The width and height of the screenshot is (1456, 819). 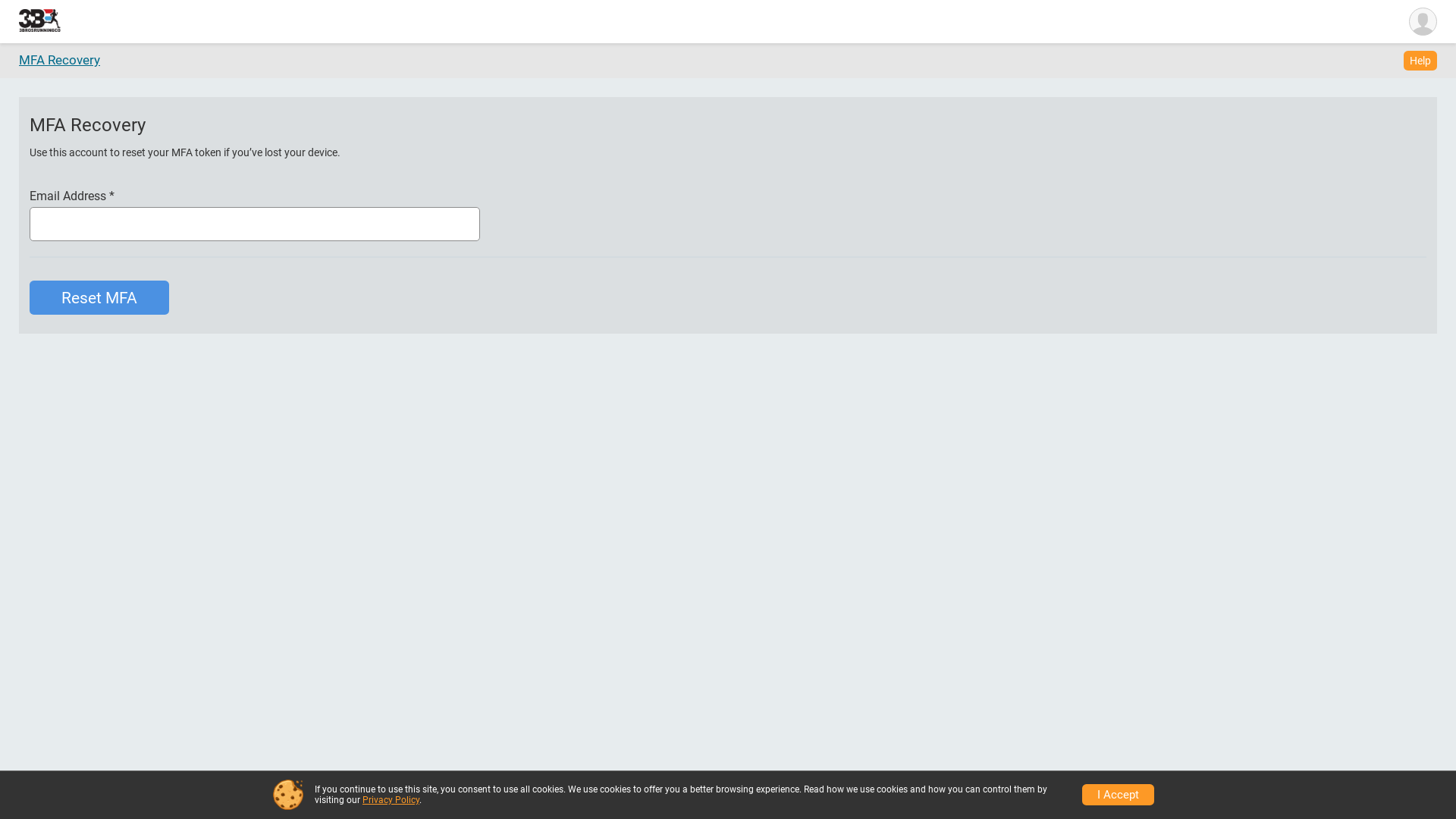 What do you see at coordinates (39, 21) in the screenshot?
I see `'Back to 3 Bros Running Company Home Page'` at bounding box center [39, 21].